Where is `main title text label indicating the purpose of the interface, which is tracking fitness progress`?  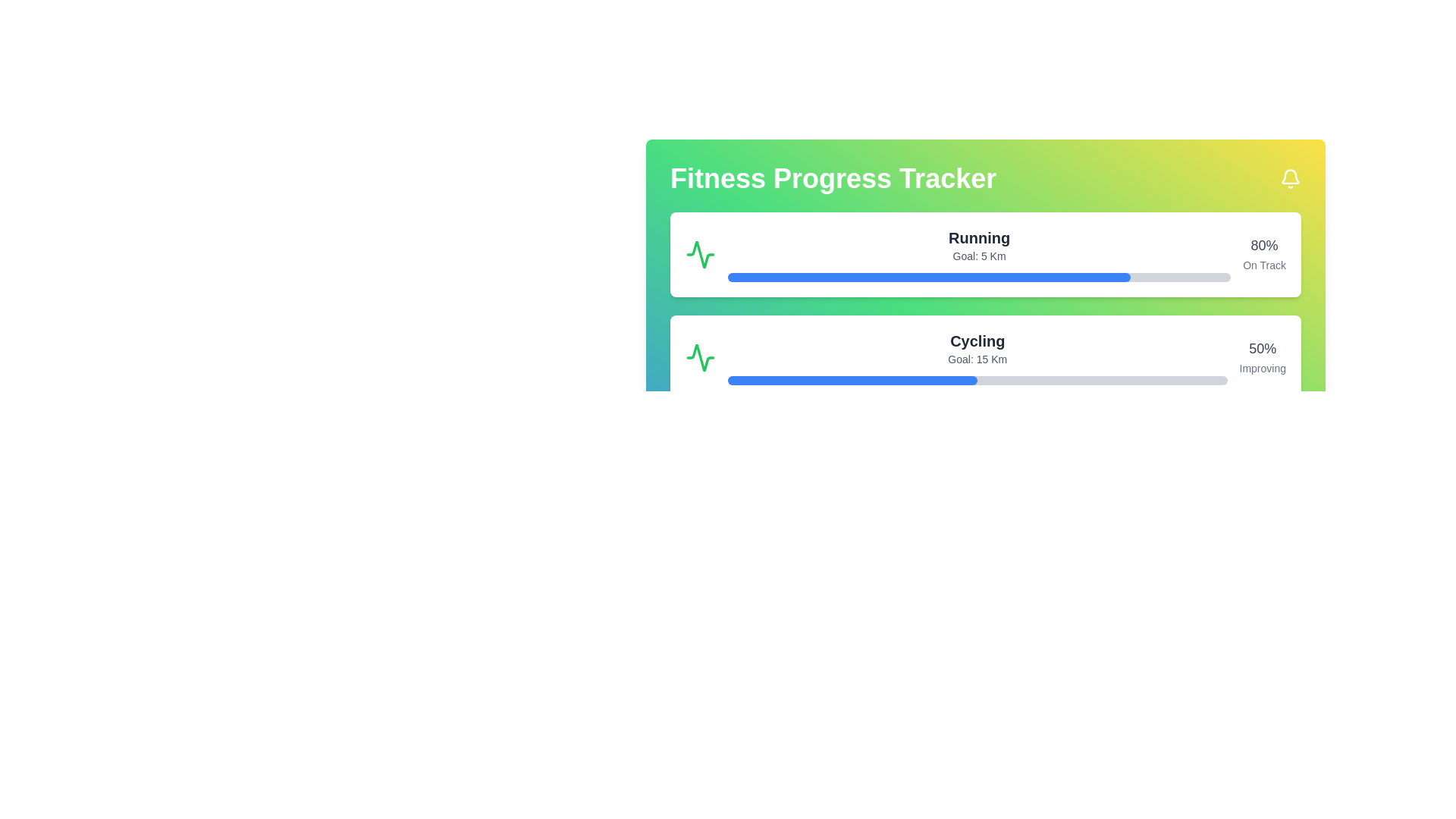 main title text label indicating the purpose of the interface, which is tracking fitness progress is located at coordinates (833, 177).